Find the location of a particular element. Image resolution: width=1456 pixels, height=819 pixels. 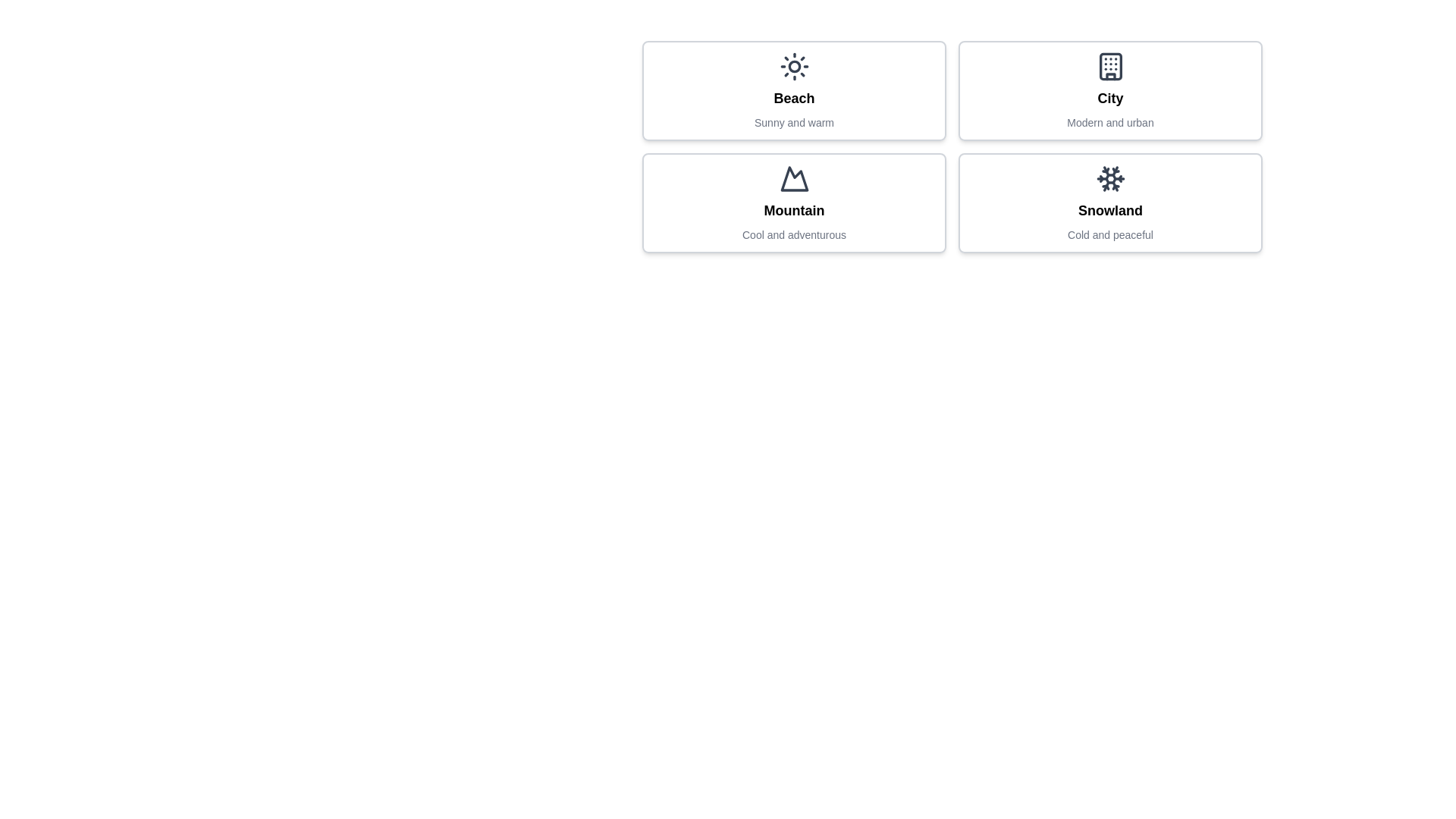

text label that serves as the title indicating the category 'City' in the card located in the second column of the top row, positioned below the building icon is located at coordinates (1110, 99).